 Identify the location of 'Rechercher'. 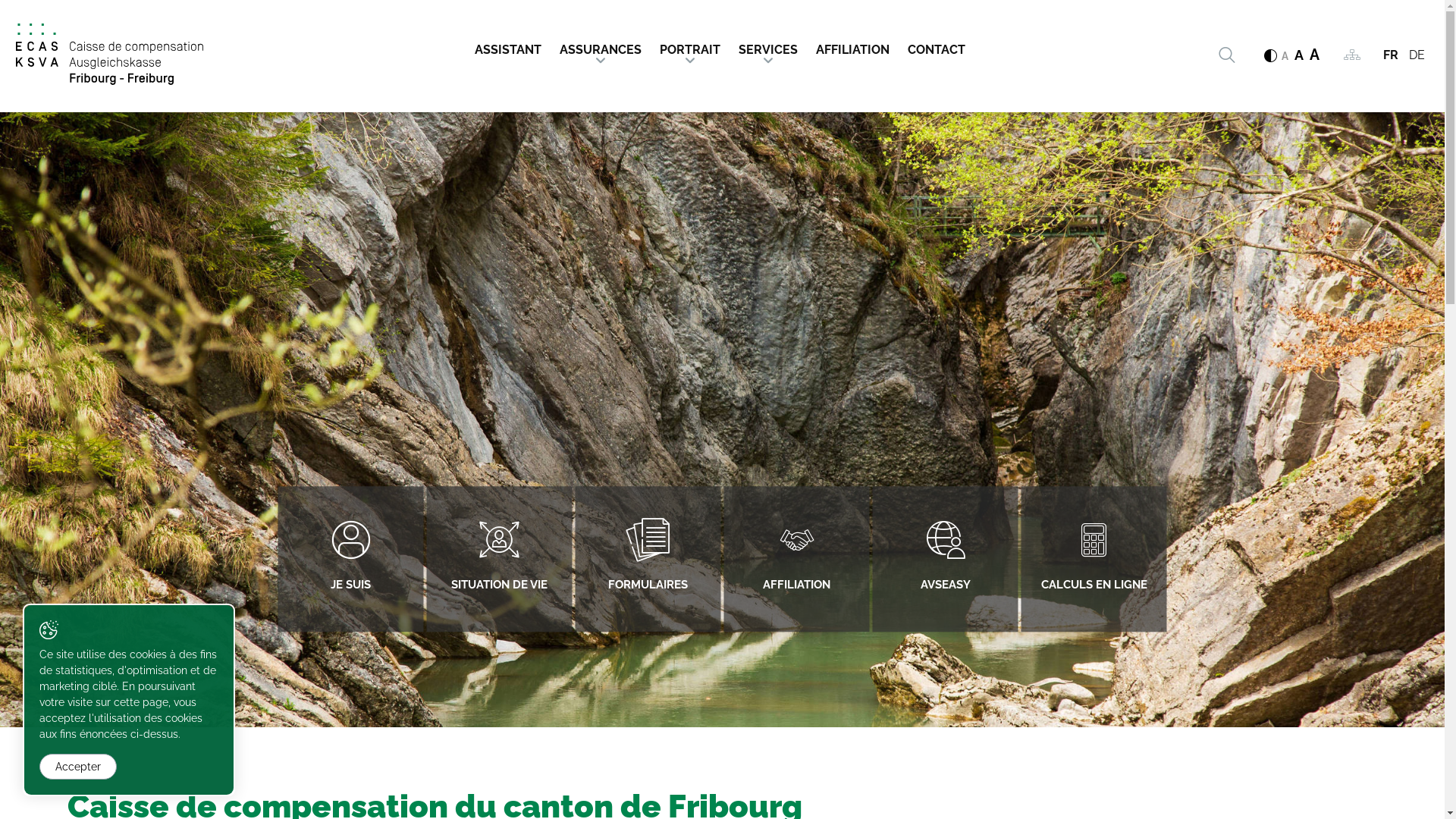
(1203, 55).